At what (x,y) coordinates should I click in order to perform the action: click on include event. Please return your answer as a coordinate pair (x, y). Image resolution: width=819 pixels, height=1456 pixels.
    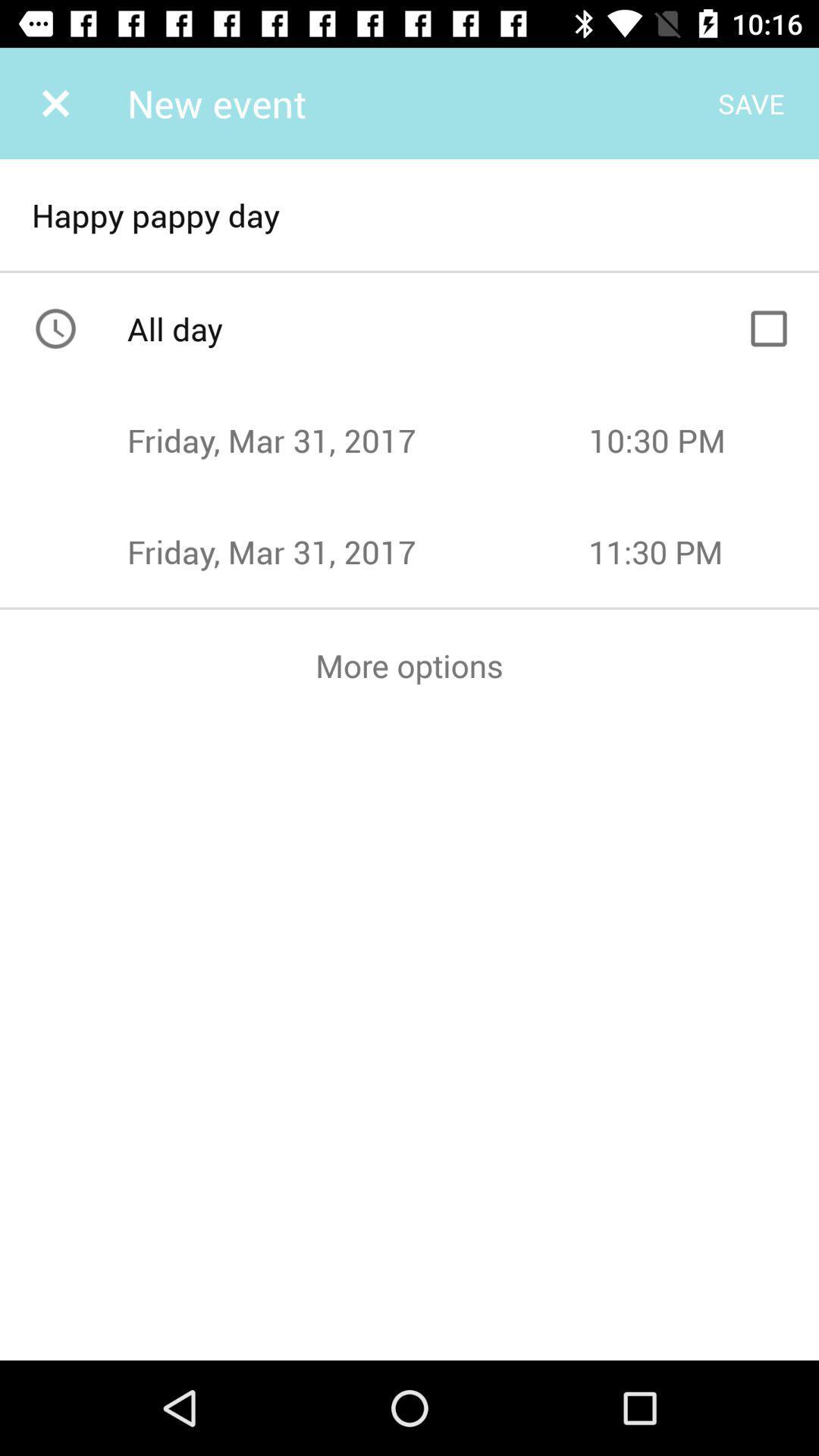
    Looking at the image, I should click on (769, 328).